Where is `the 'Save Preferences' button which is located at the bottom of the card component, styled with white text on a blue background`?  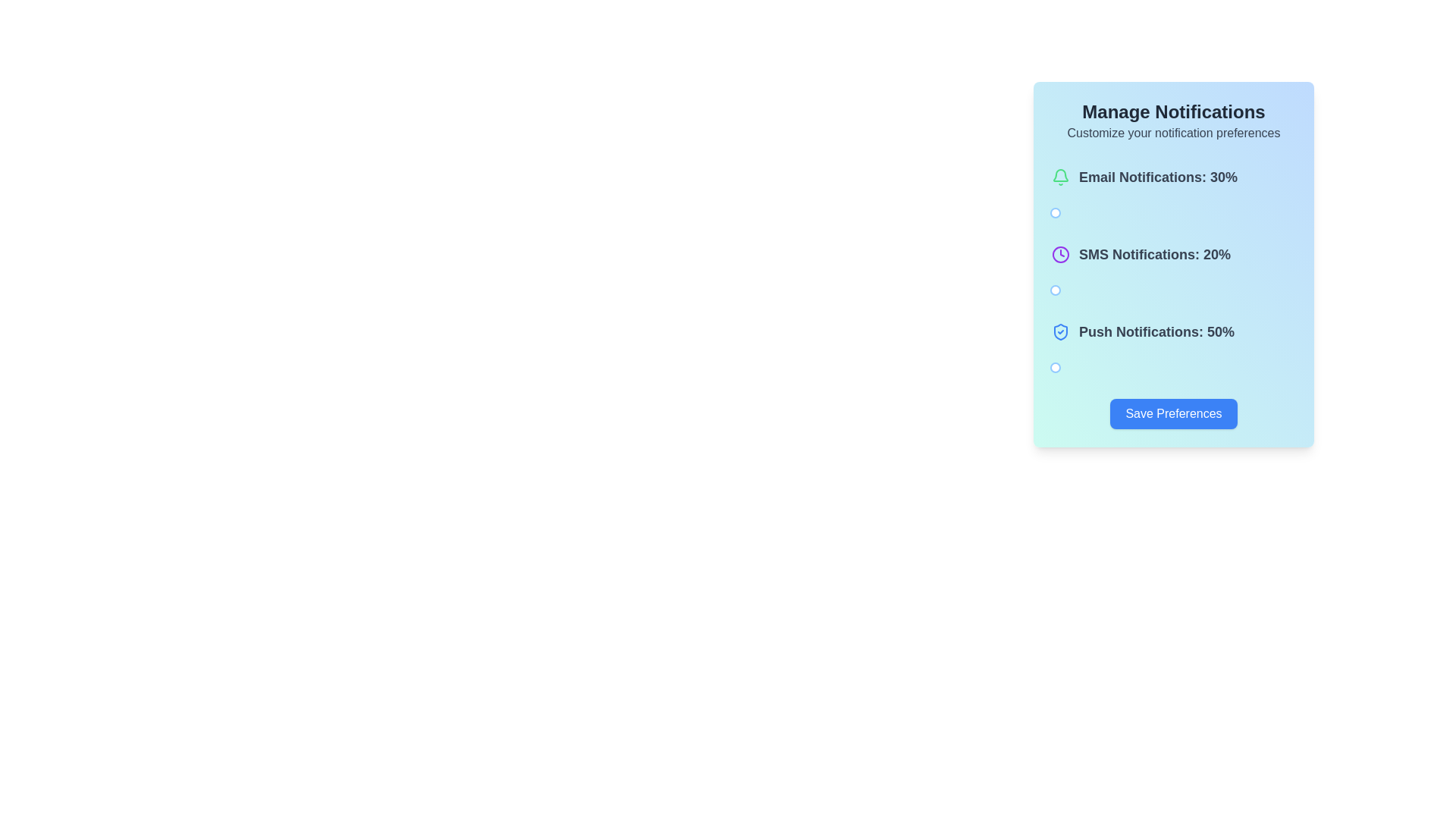
the 'Save Preferences' button which is located at the bottom of the card component, styled with white text on a blue background is located at coordinates (1173, 414).